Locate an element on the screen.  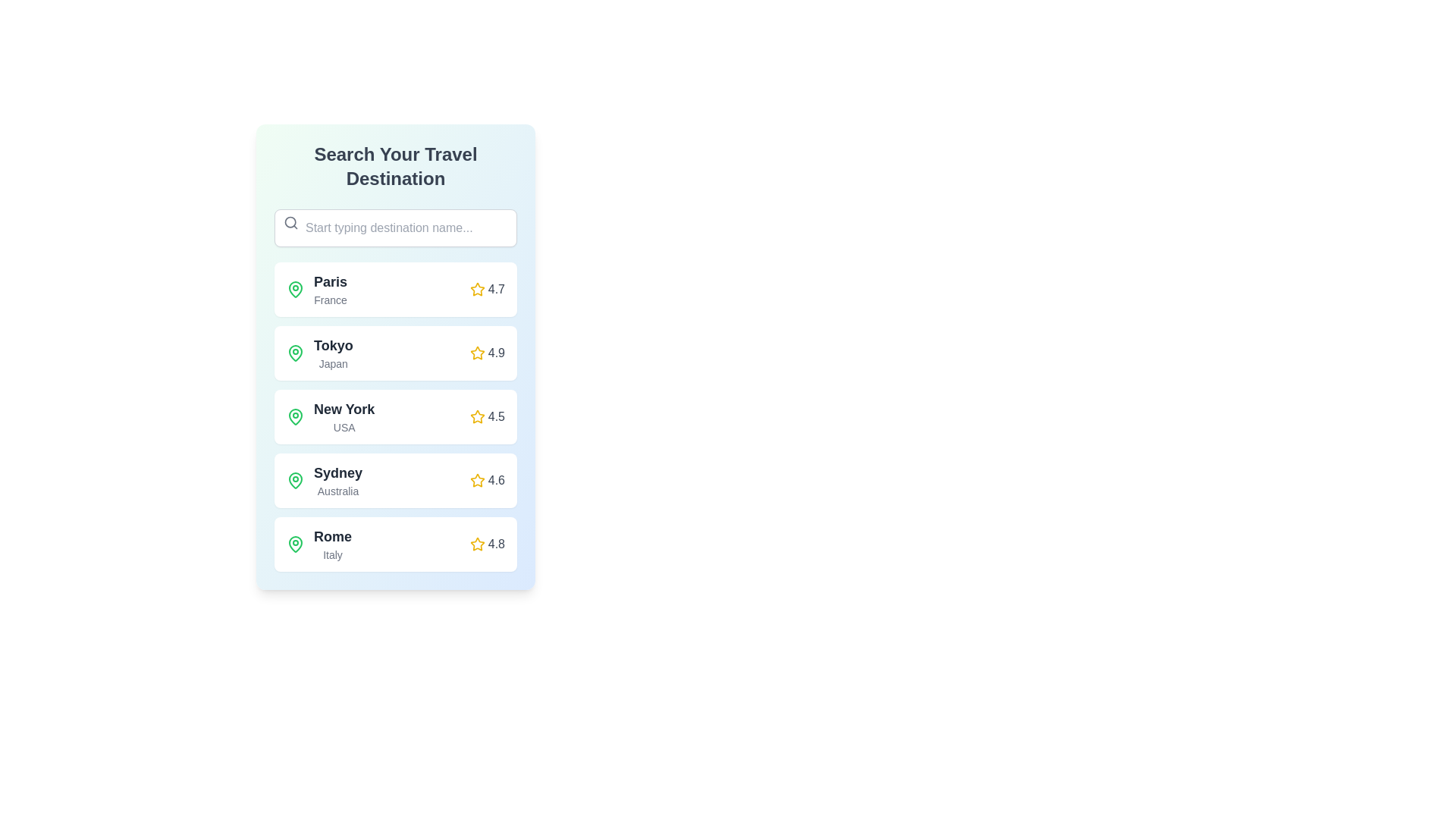
the text label indicating the country associated with the city 'Sydney' in the travel destination list is located at coordinates (337, 491).